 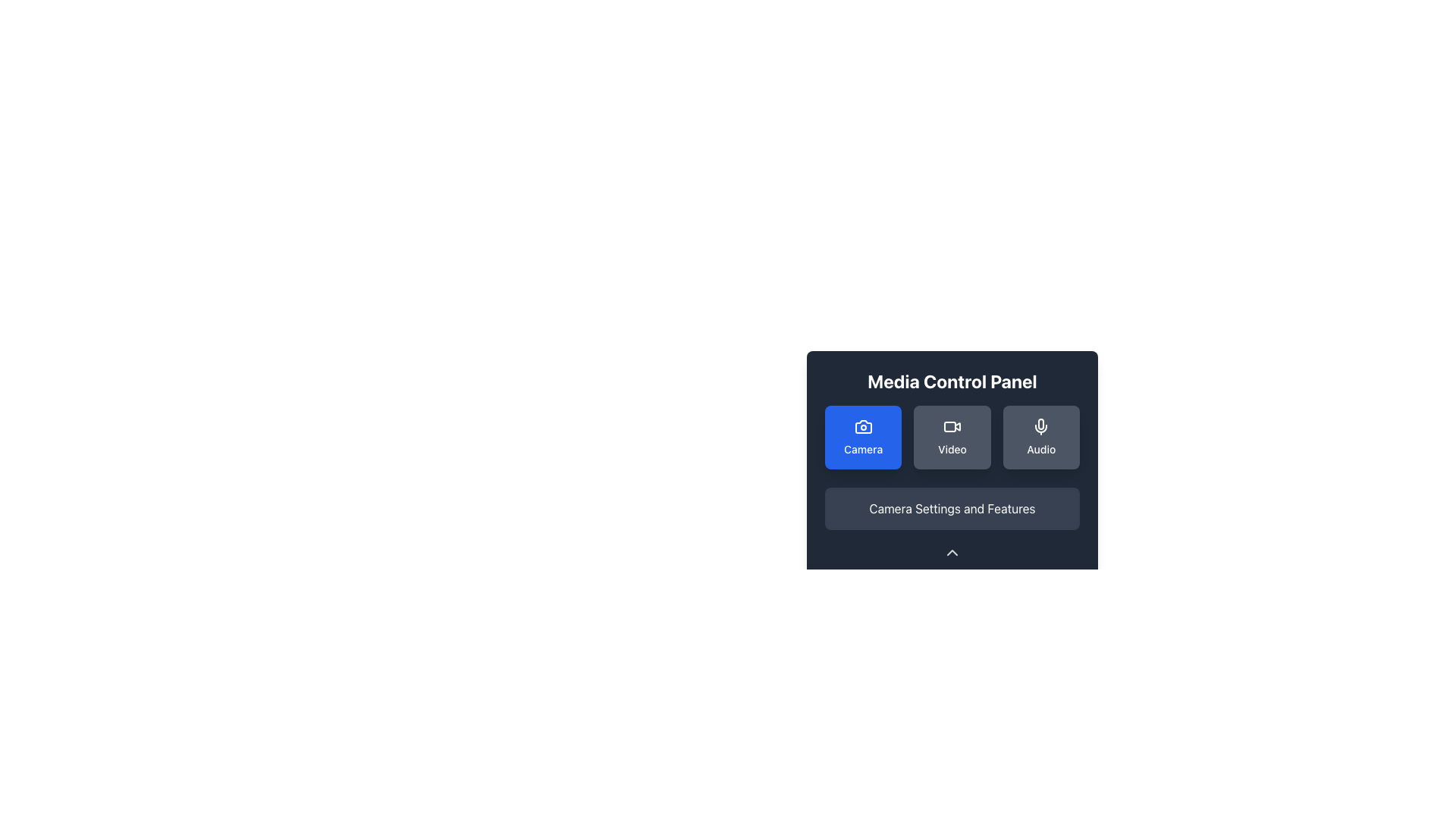 What do you see at coordinates (952, 509) in the screenshot?
I see `the text label with the centered white font that reads 'Camera Settings and Features', located at the bottom of the Media Control Panel interface` at bounding box center [952, 509].